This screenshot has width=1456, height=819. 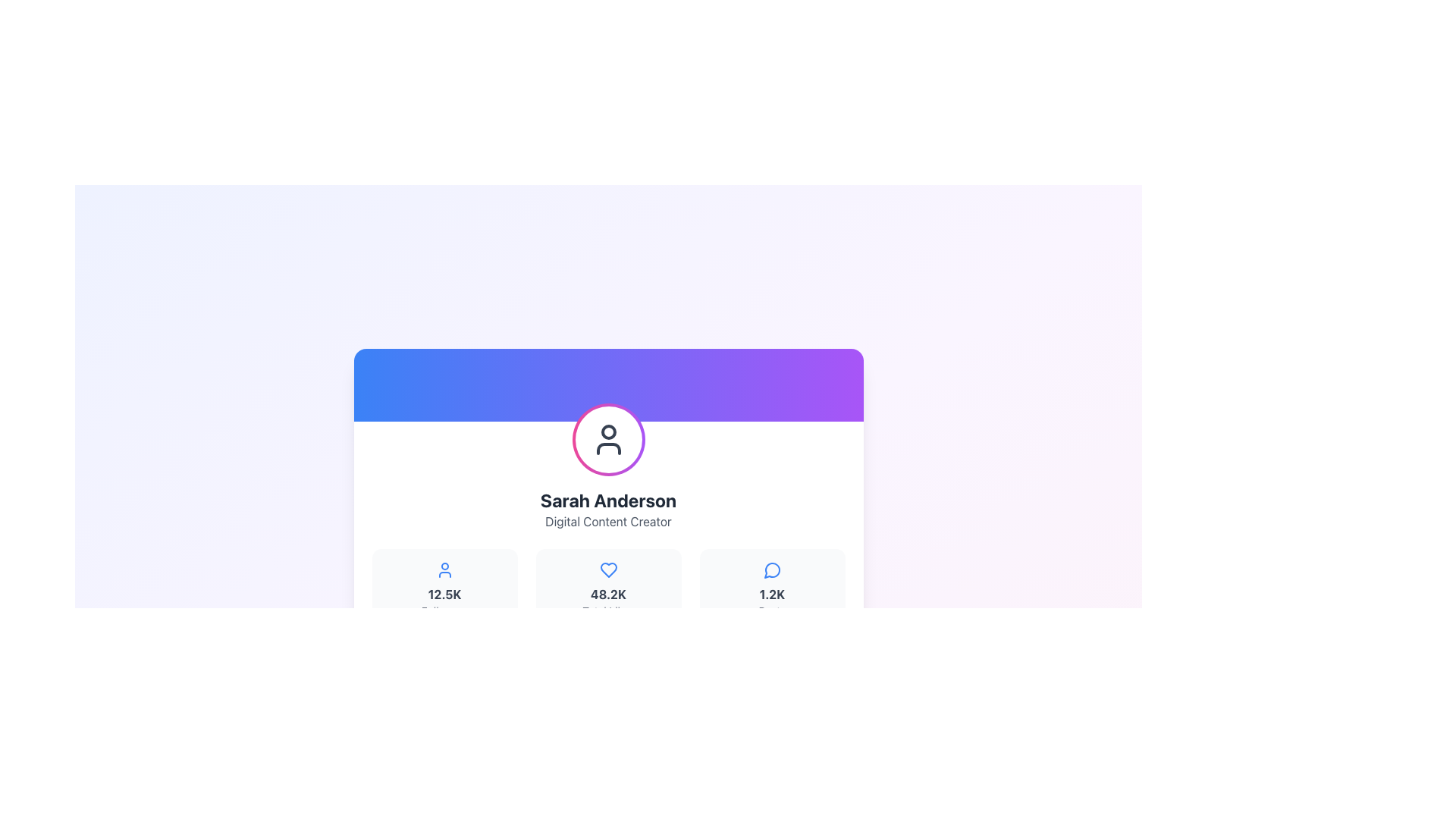 I want to click on the associated icons in the Statistical summary panel located centrally beneath the user's profile name and description, so click(x=608, y=589).